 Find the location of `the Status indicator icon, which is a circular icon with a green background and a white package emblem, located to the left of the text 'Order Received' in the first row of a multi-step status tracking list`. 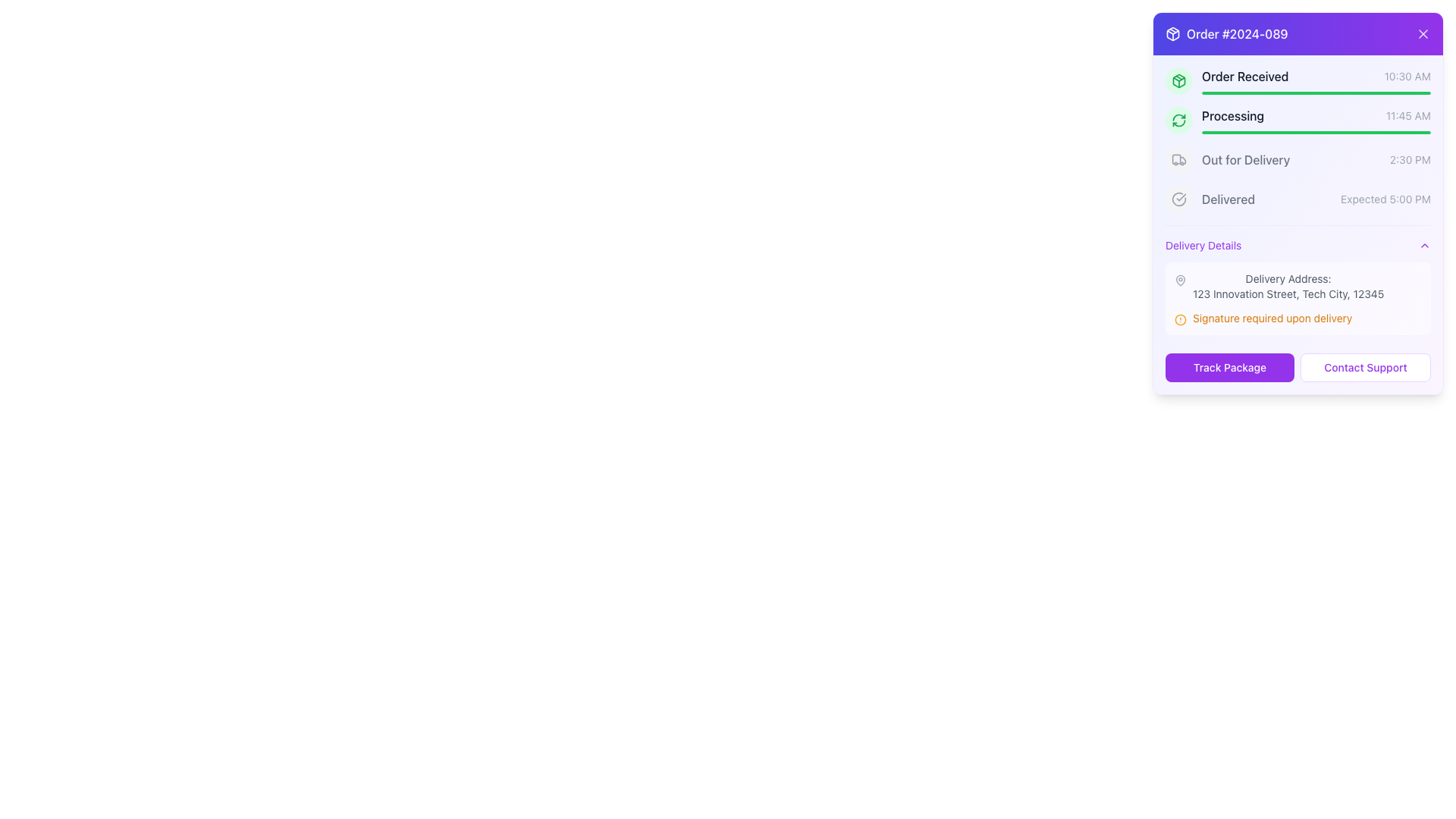

the Status indicator icon, which is a circular icon with a green background and a white package emblem, located to the left of the text 'Order Received' in the first row of a multi-step status tracking list is located at coordinates (1178, 81).